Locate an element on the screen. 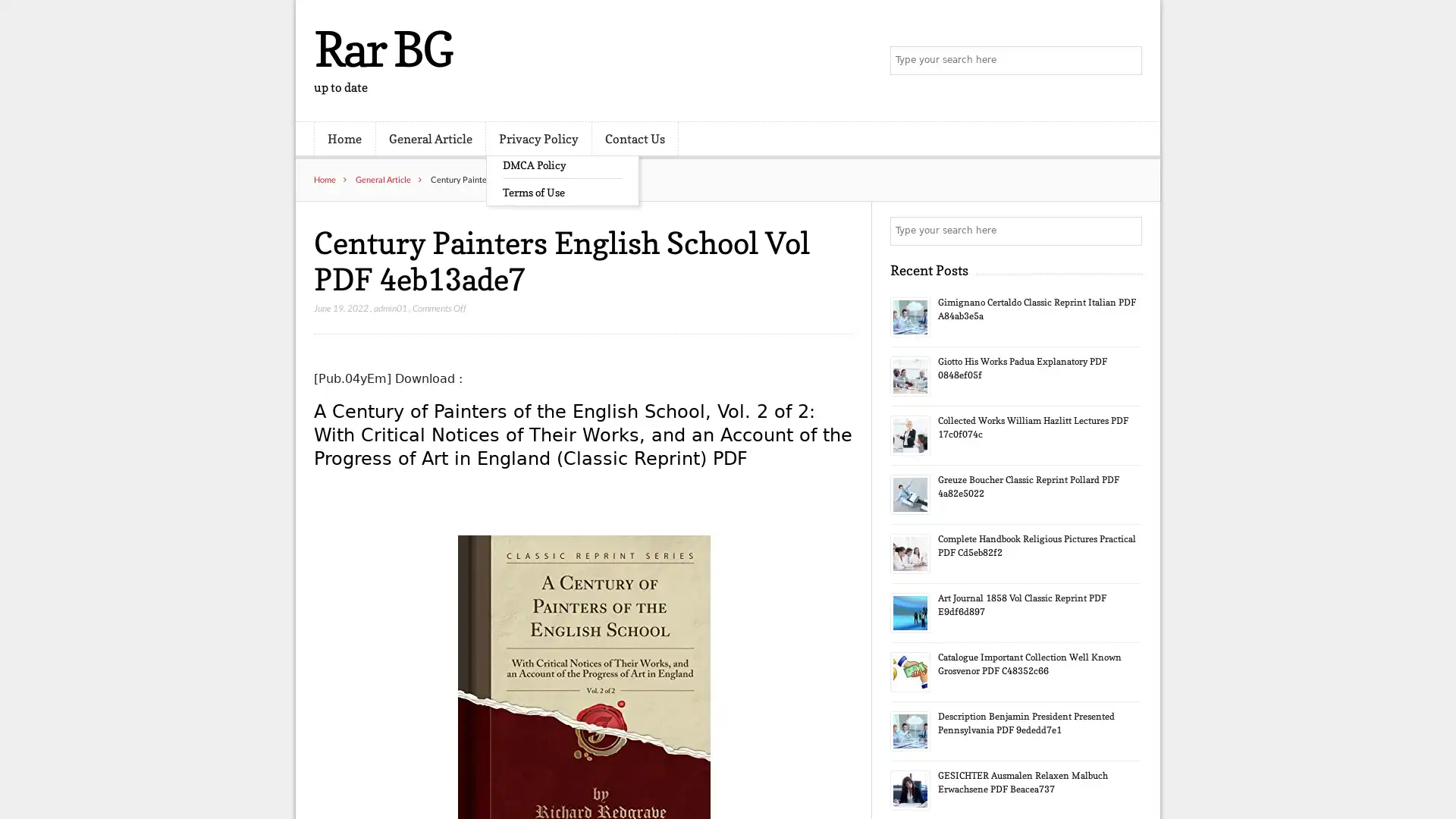 This screenshot has height=819, width=1456. Search is located at coordinates (1126, 231).